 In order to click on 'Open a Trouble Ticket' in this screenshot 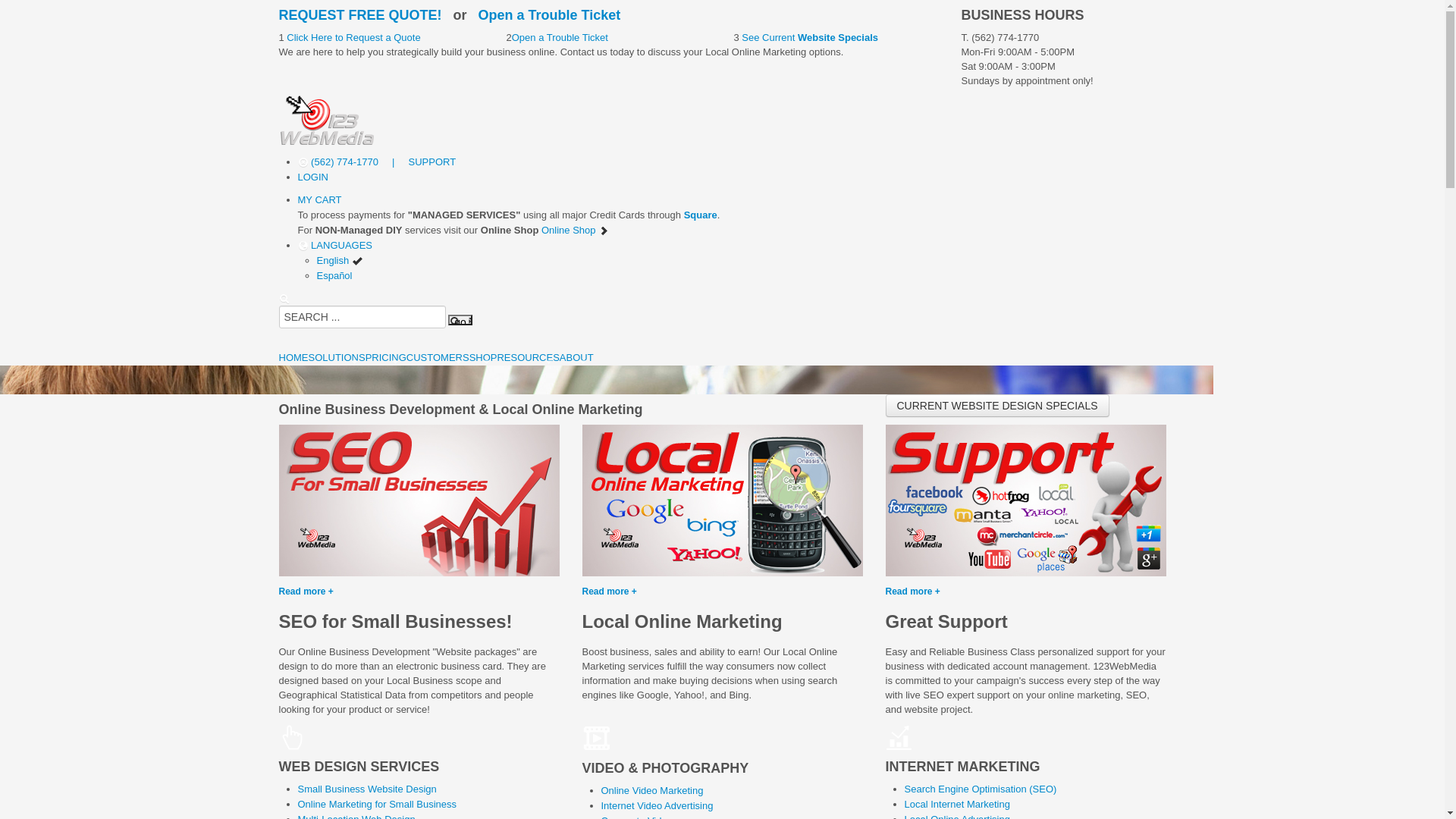, I will do `click(559, 36)`.